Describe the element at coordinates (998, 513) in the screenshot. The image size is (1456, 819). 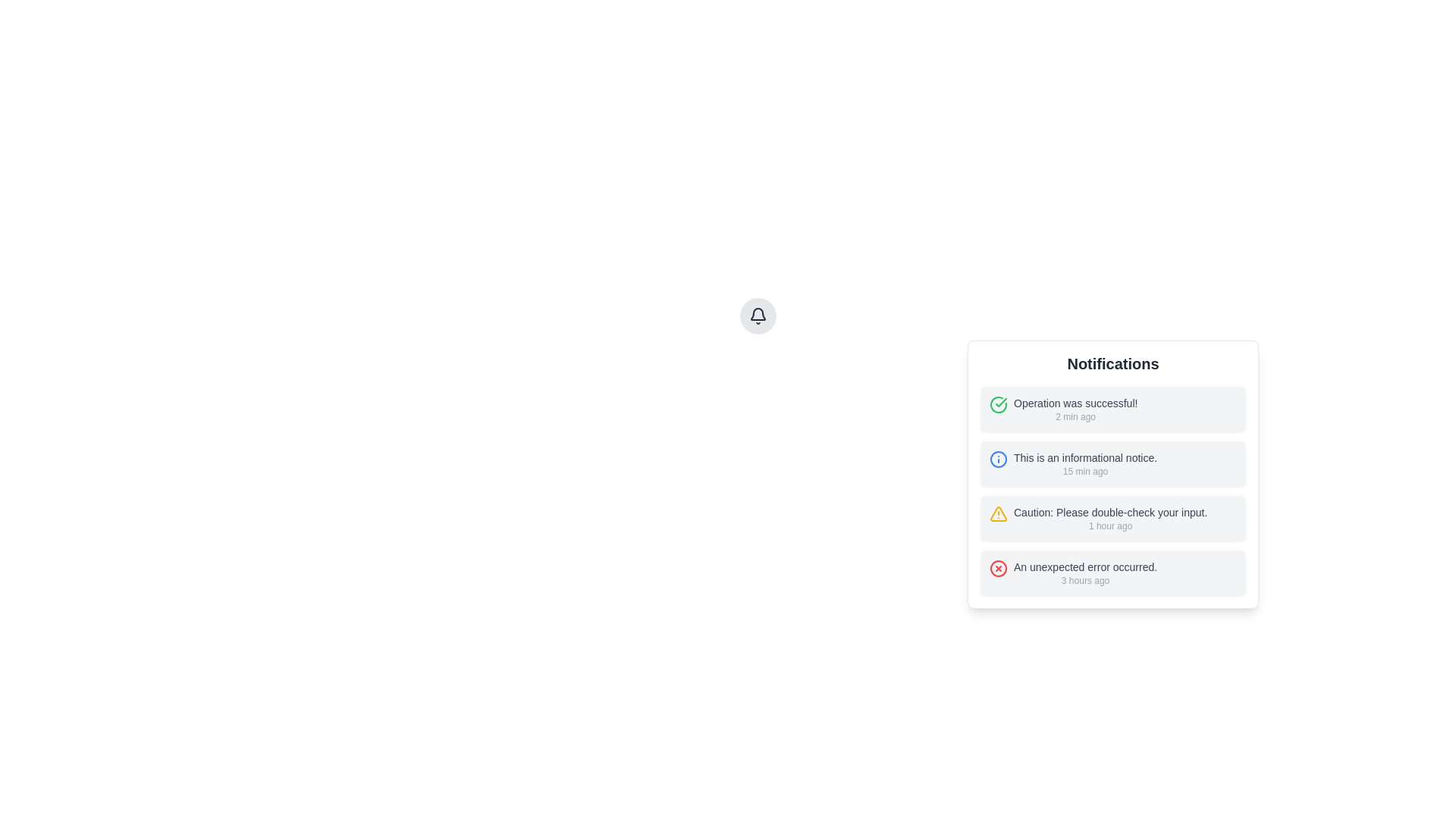
I see `the warning icon located in the notifications panel beside the message 'Caution: Please double-check your input.'` at that location.